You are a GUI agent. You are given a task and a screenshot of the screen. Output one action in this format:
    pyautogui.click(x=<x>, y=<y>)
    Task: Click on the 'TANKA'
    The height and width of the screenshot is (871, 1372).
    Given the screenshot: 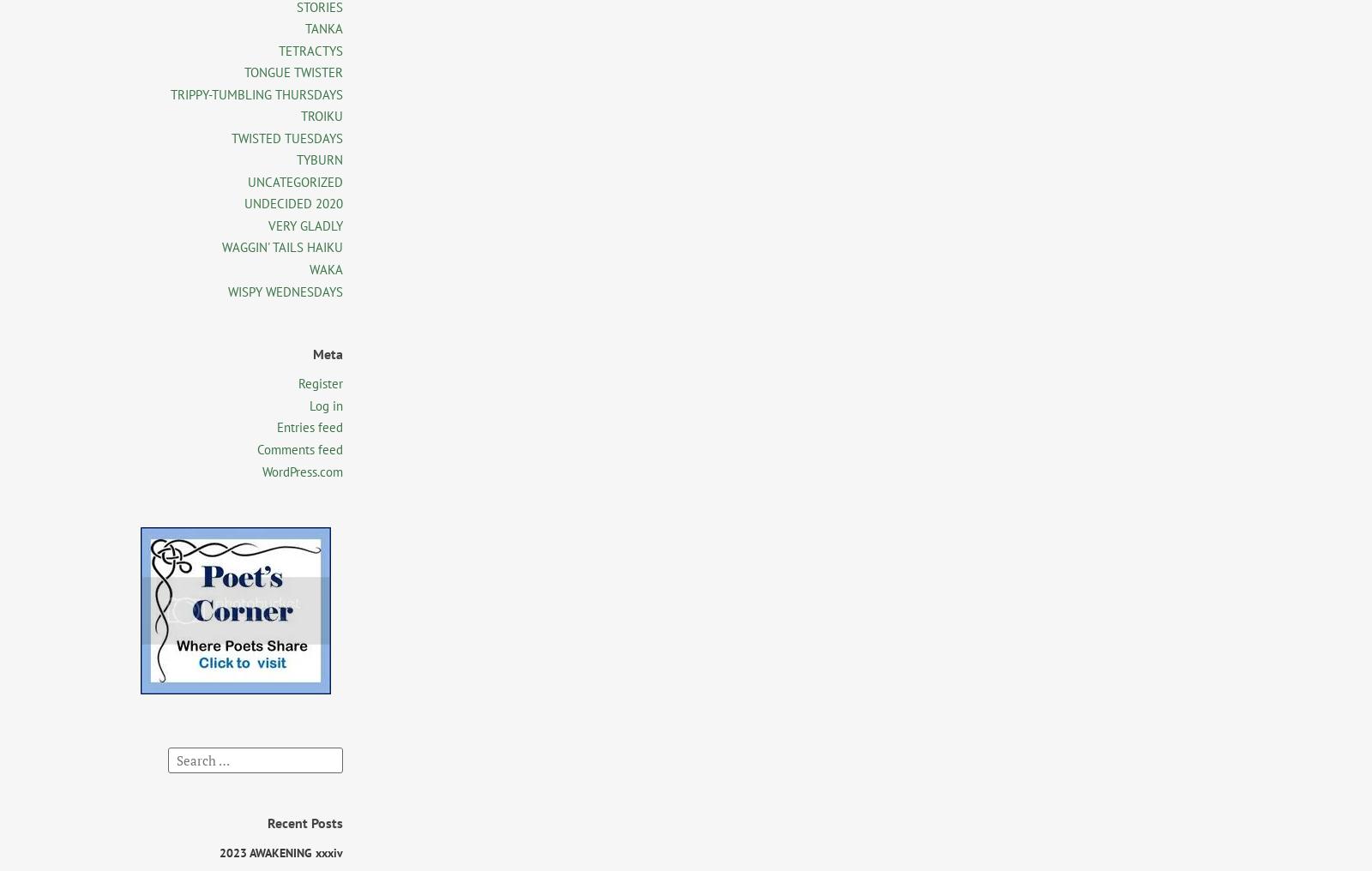 What is the action you would take?
    pyautogui.click(x=324, y=27)
    